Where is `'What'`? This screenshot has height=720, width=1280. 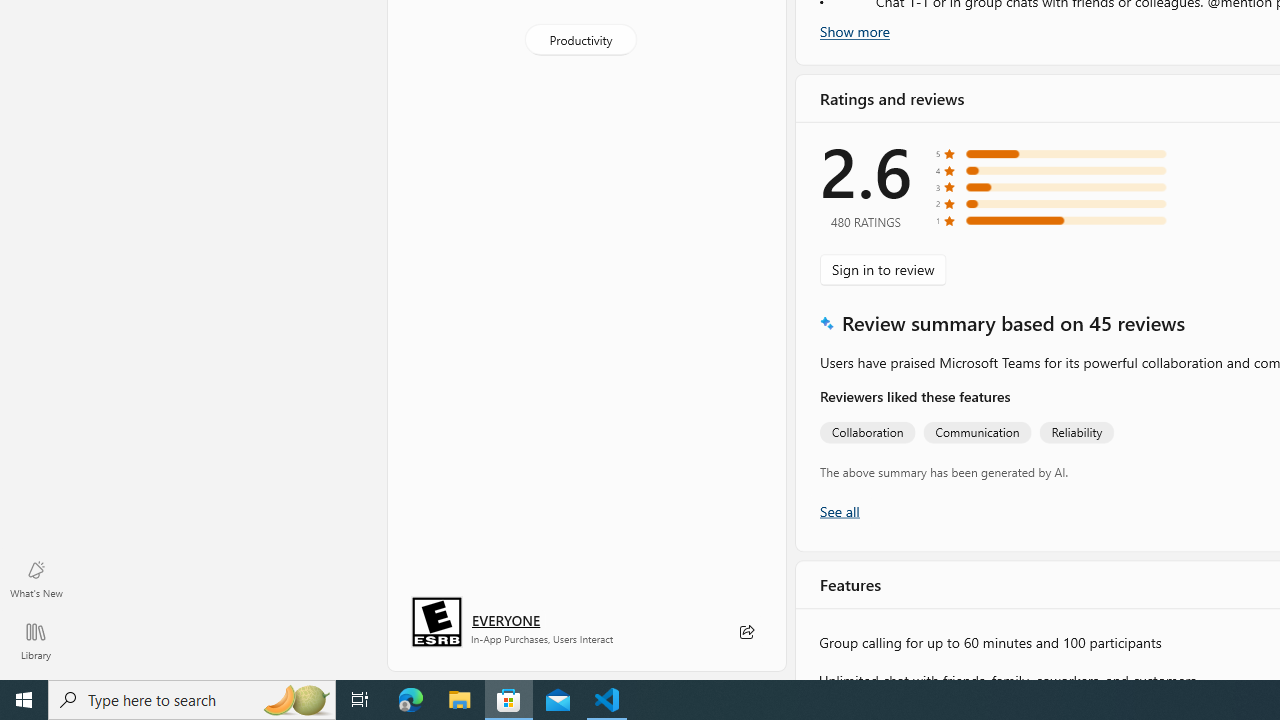
'What' is located at coordinates (35, 578).